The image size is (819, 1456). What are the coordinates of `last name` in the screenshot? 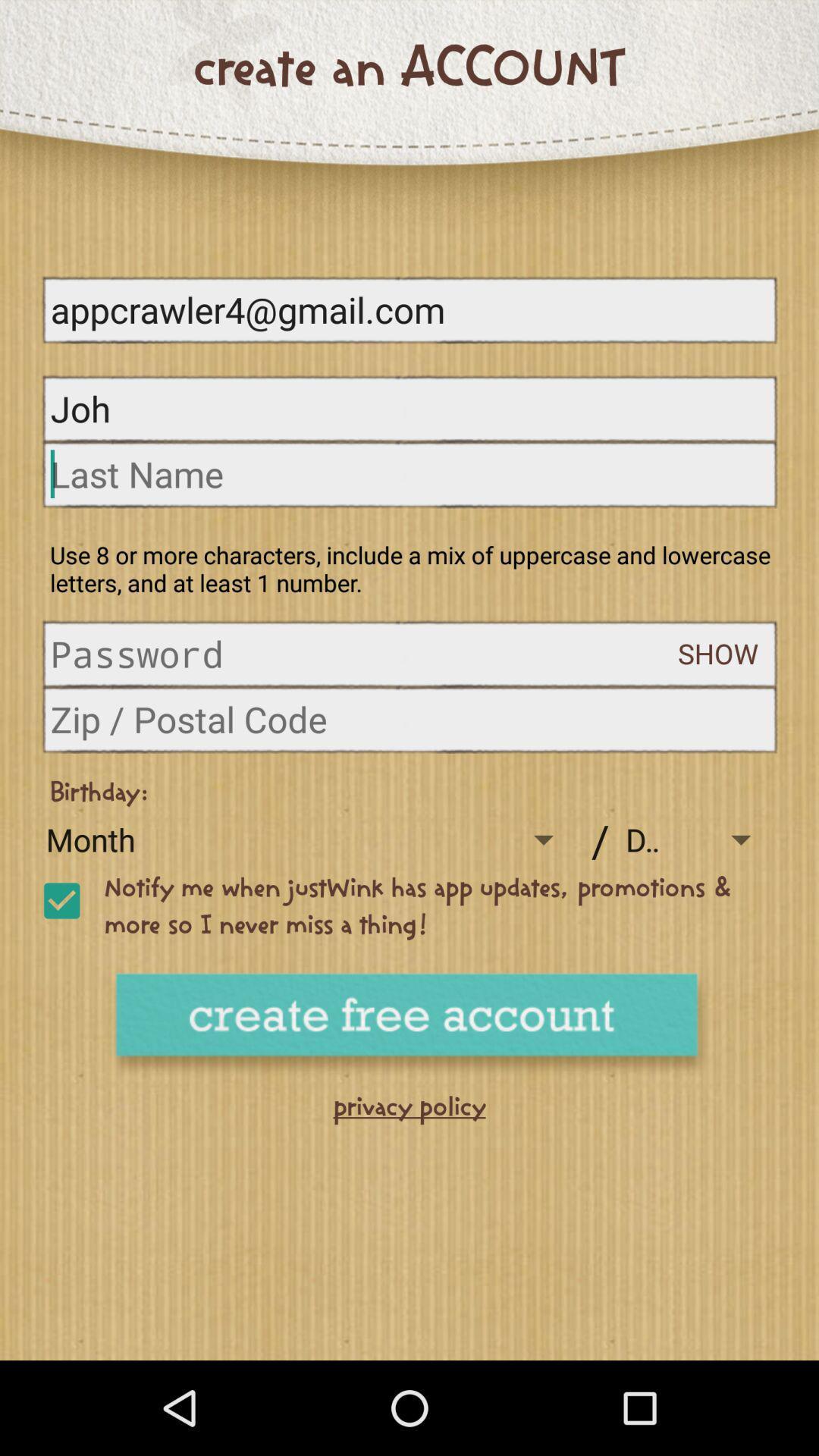 It's located at (409, 473).